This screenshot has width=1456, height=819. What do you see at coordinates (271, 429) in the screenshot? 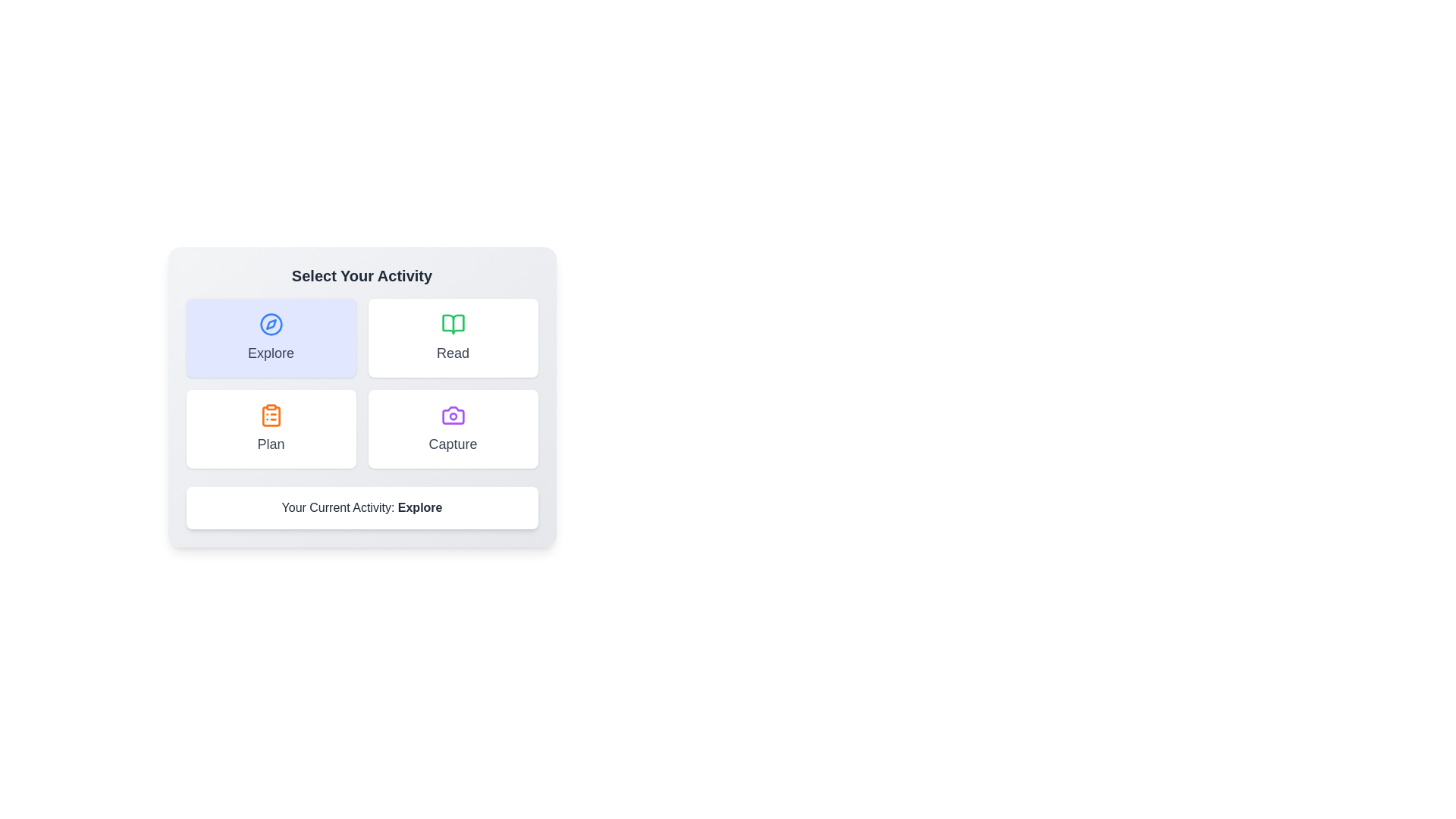
I see `the button labeled Plan to observe its visual feedback` at bounding box center [271, 429].